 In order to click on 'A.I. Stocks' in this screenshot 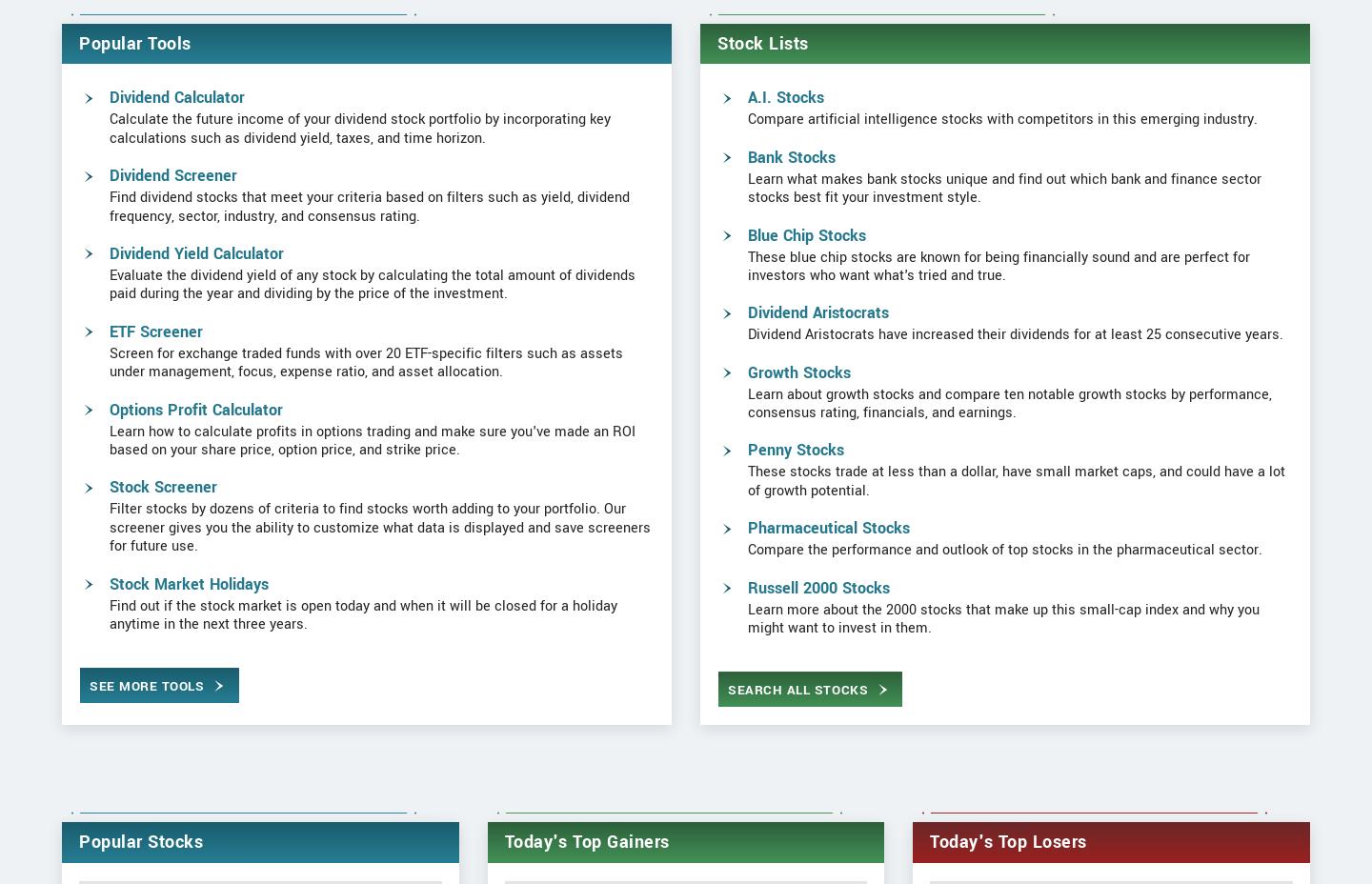, I will do `click(785, 159)`.